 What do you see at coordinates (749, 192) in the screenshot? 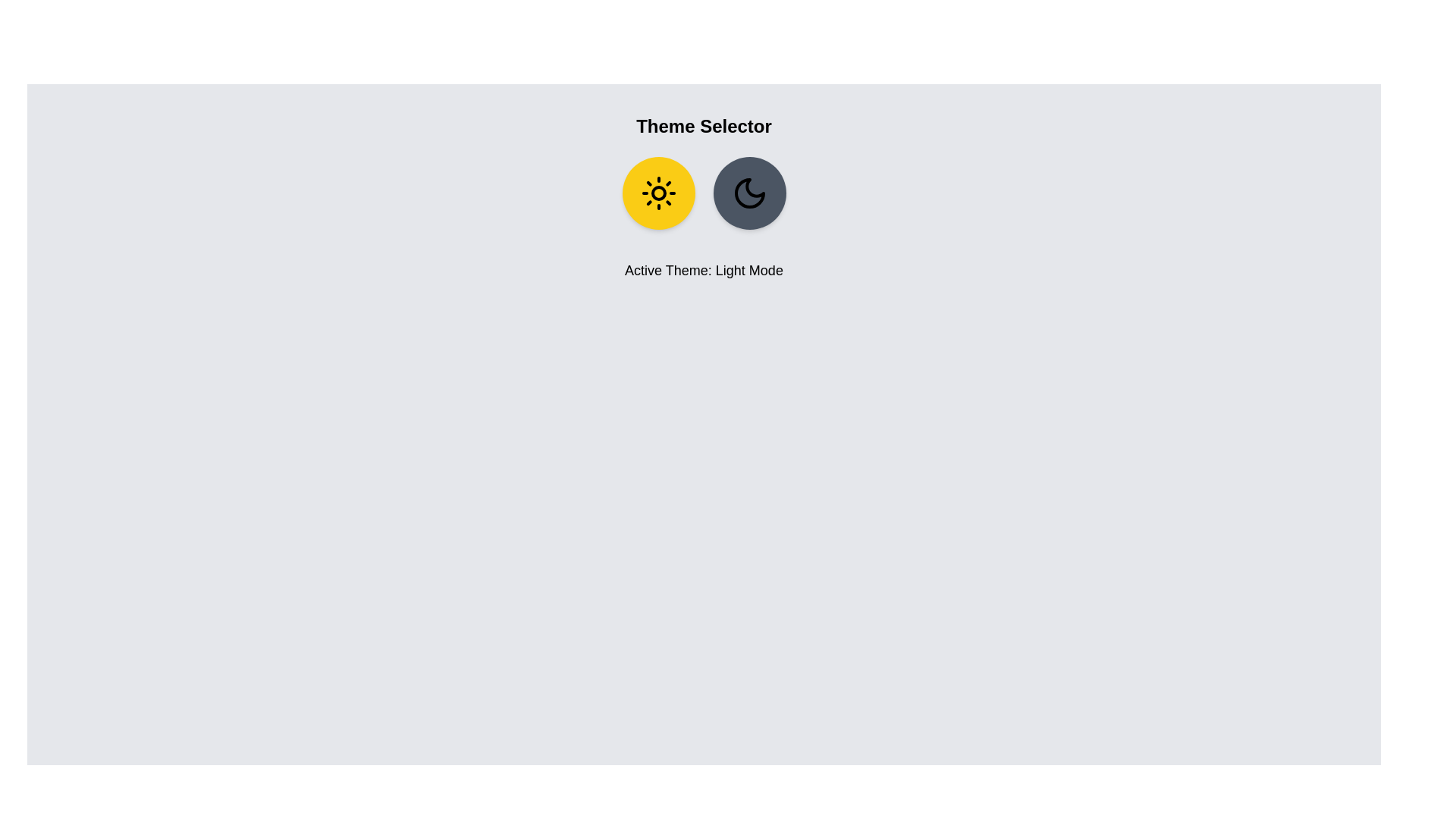
I see `the theme toggle button to switch to dark` at bounding box center [749, 192].